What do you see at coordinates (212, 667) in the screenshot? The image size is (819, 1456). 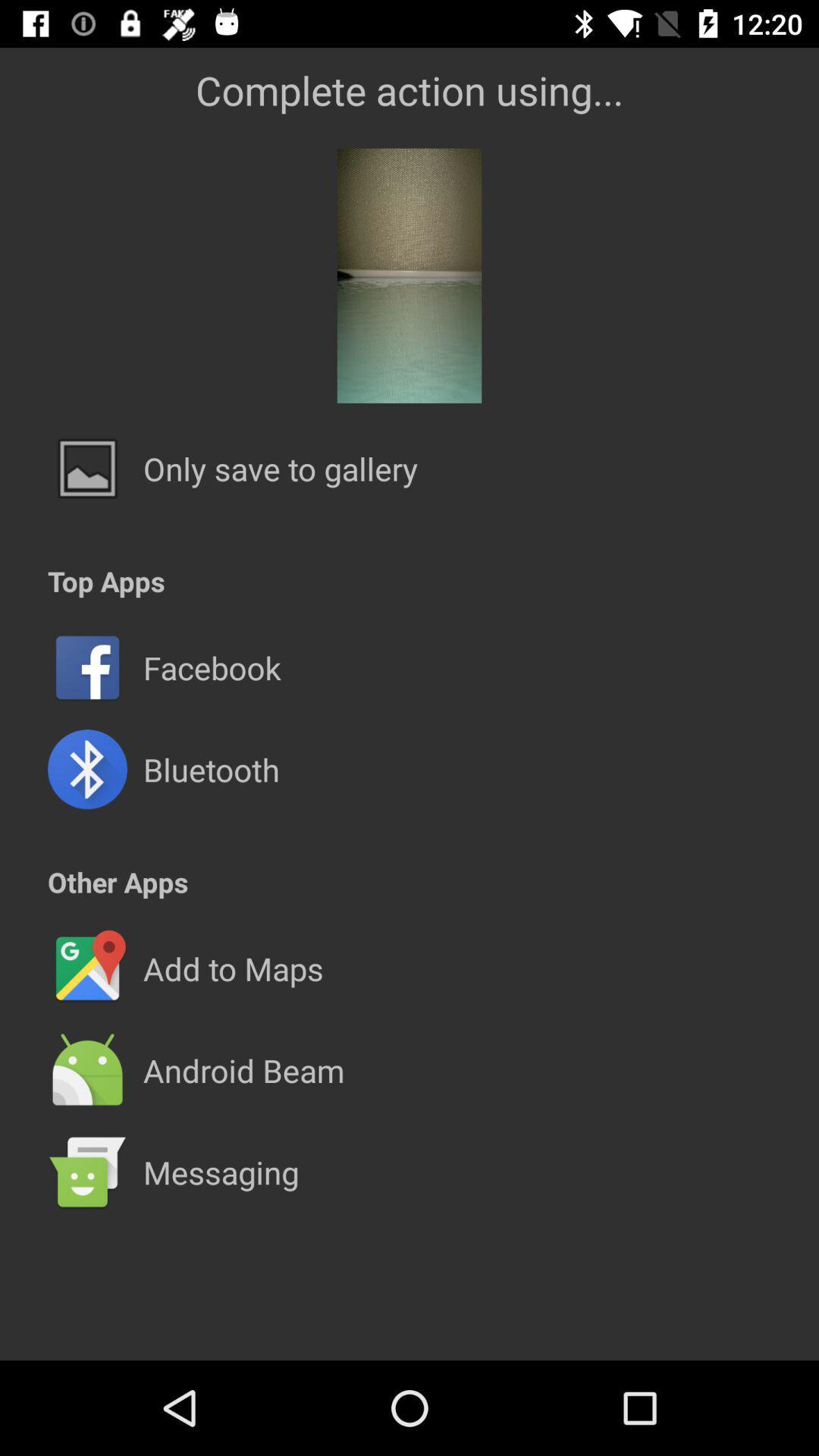 I see `facebook app` at bounding box center [212, 667].